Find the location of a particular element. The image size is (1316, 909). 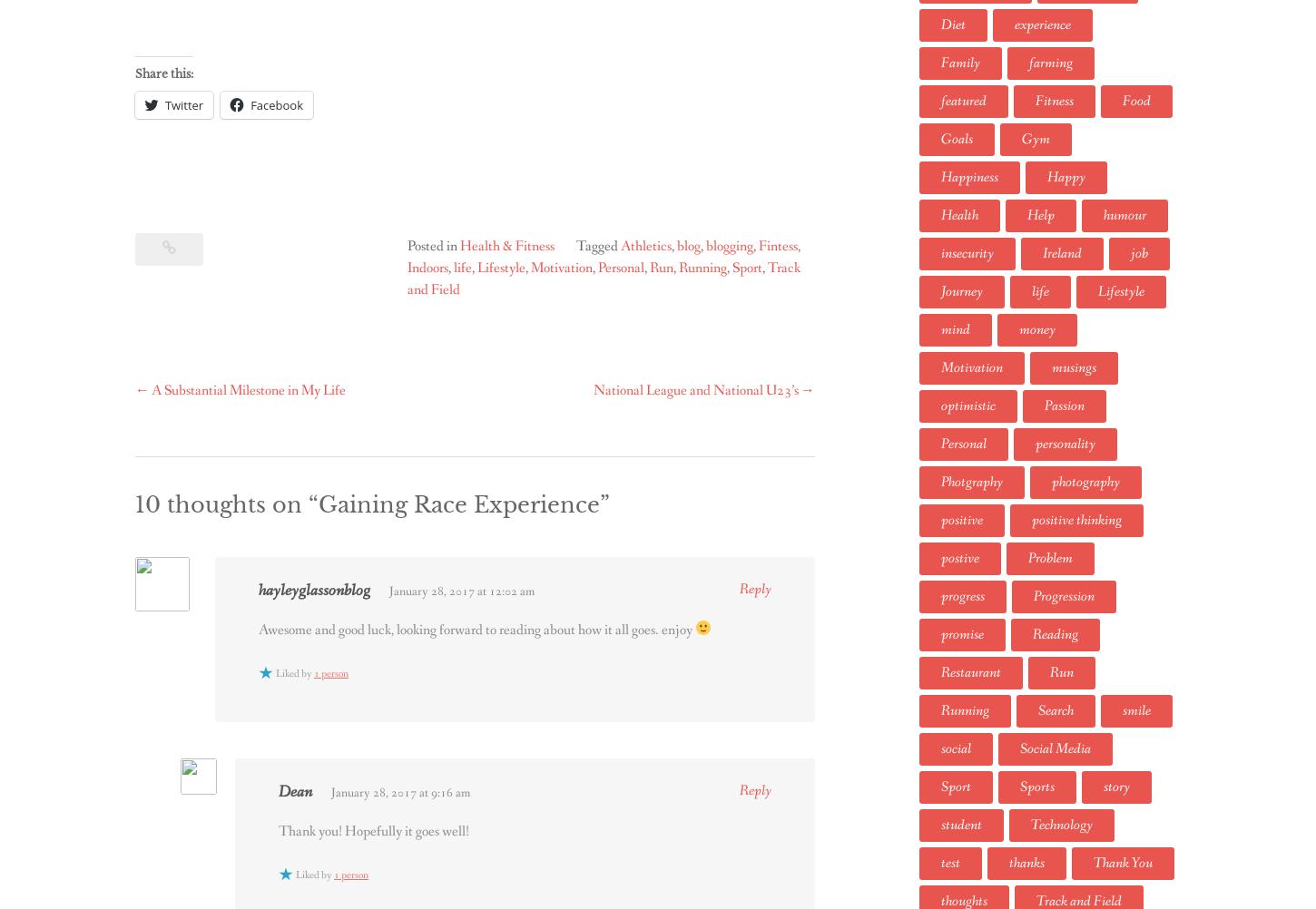

'Health' is located at coordinates (941, 214).